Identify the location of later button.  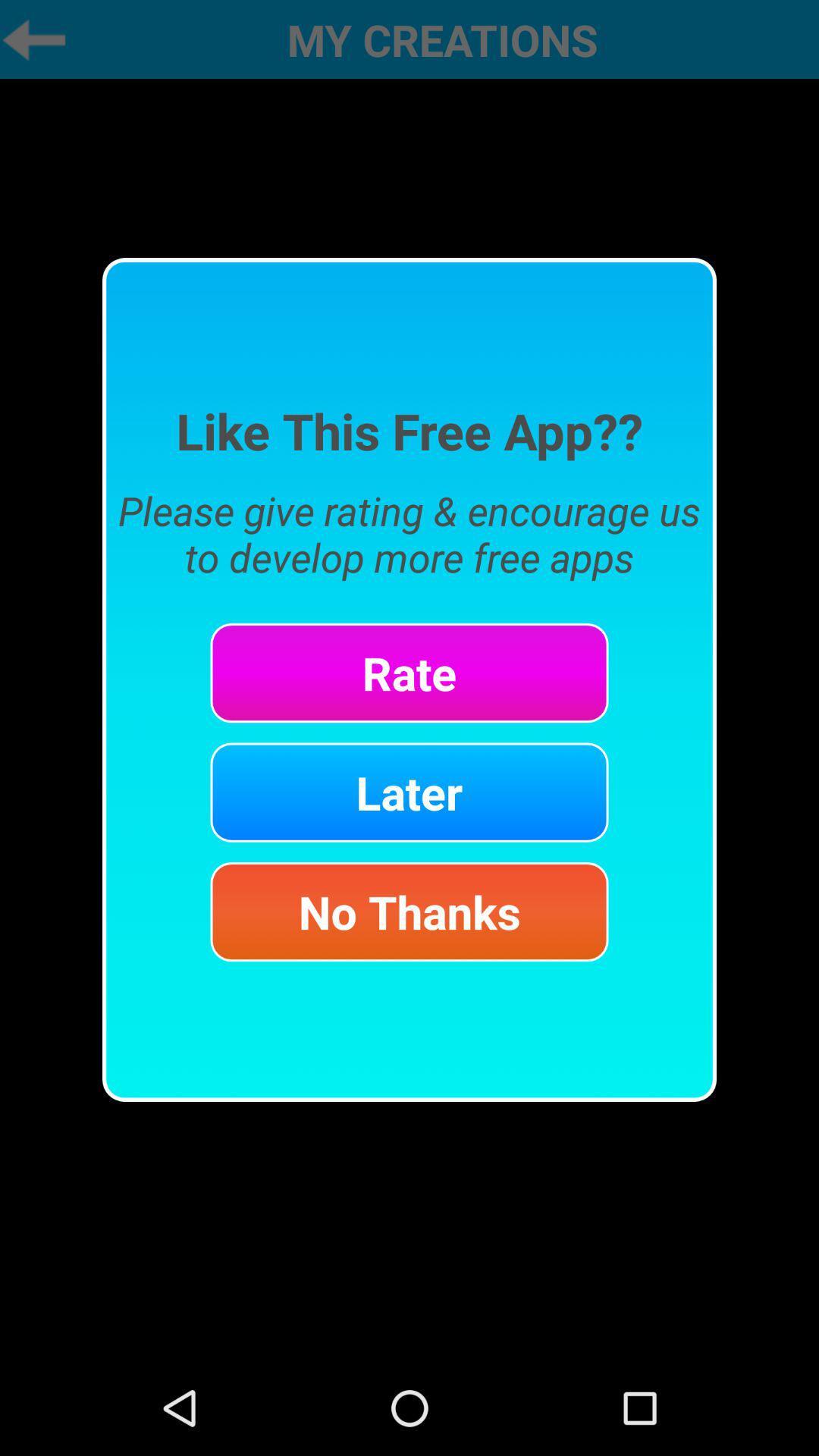
(409, 792).